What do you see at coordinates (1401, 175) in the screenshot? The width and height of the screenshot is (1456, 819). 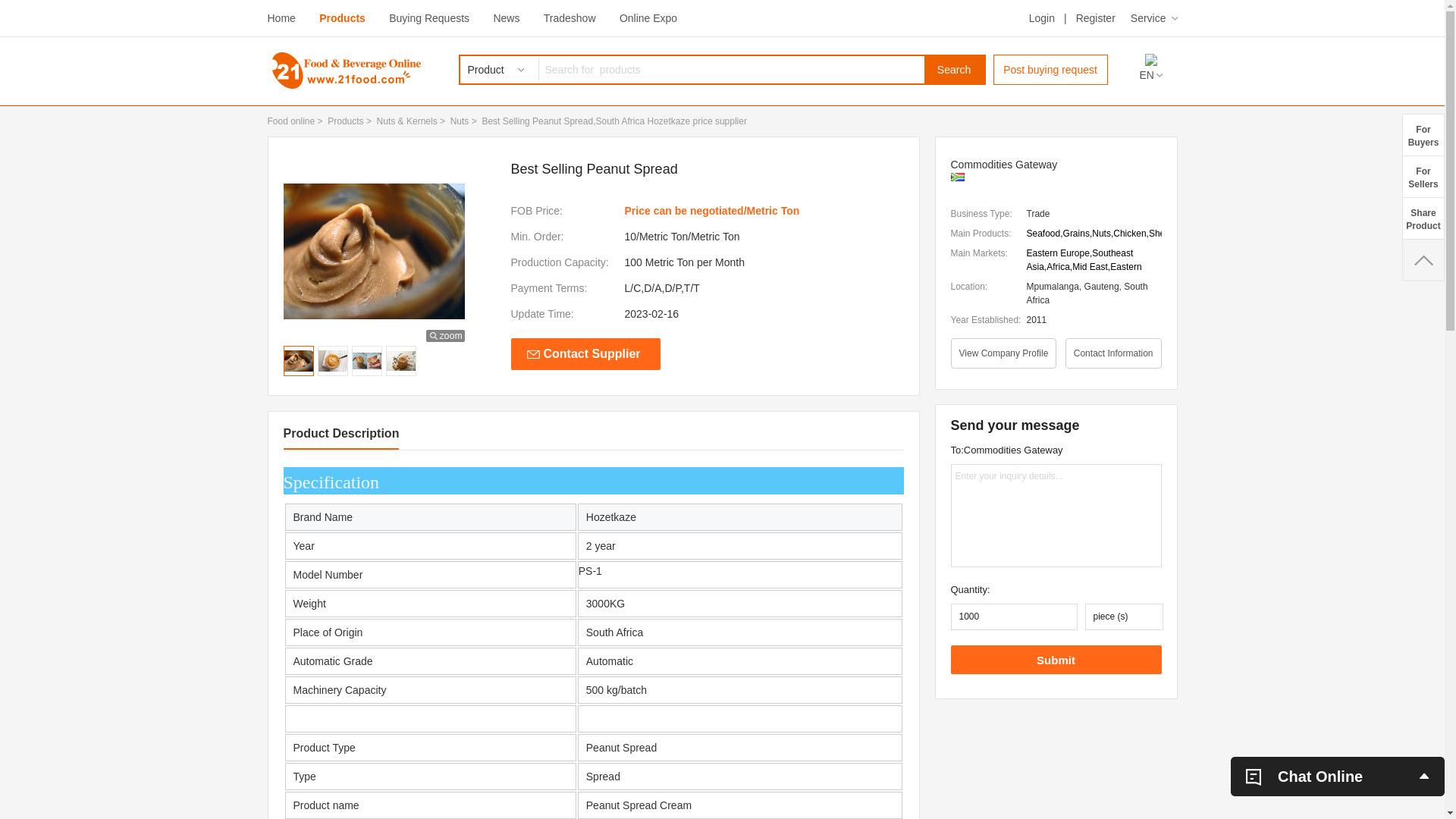 I see `'For` at bounding box center [1401, 175].